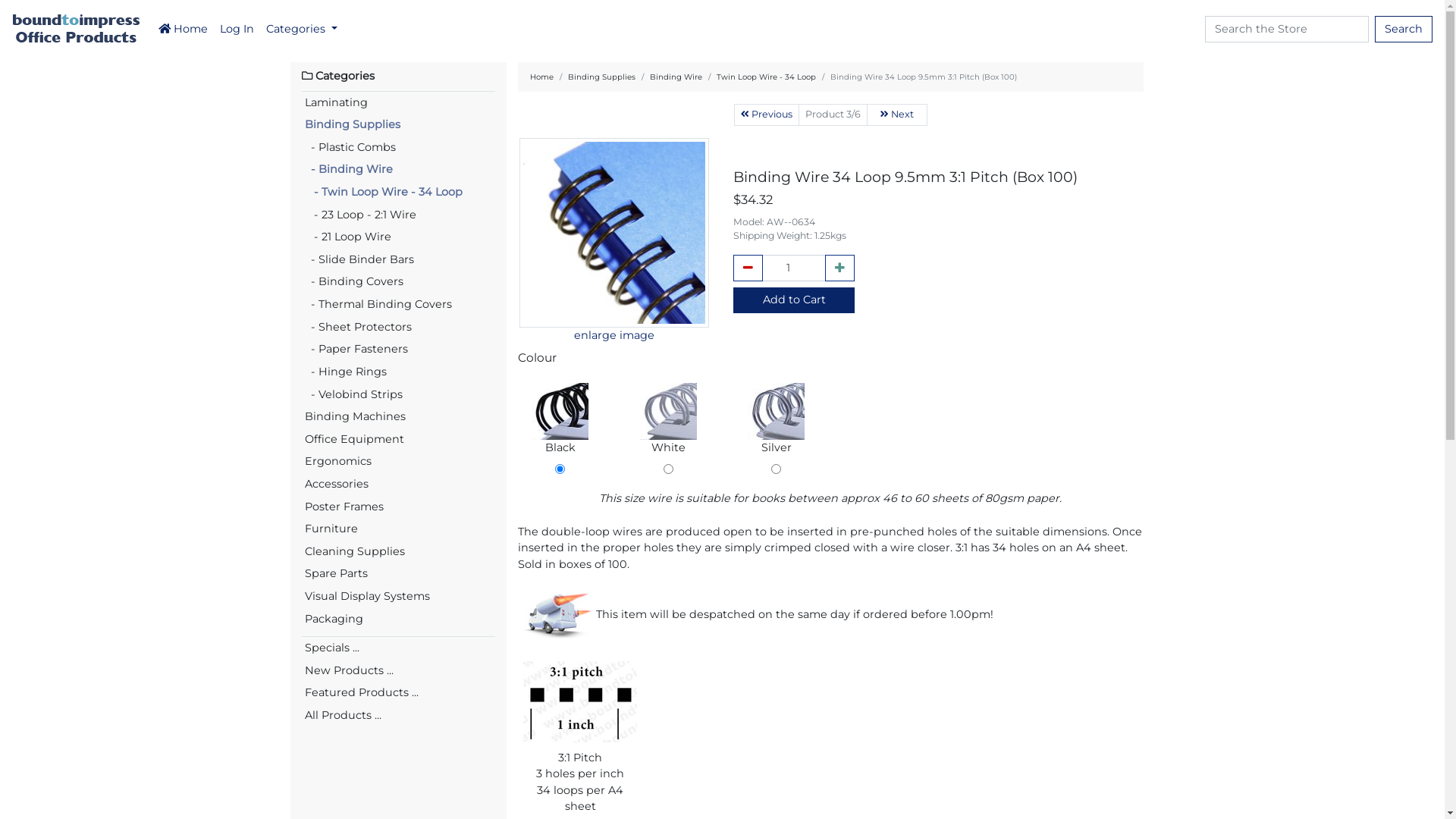 The width and height of the screenshot is (1456, 819). I want to click on 'Packaging', so click(398, 620).